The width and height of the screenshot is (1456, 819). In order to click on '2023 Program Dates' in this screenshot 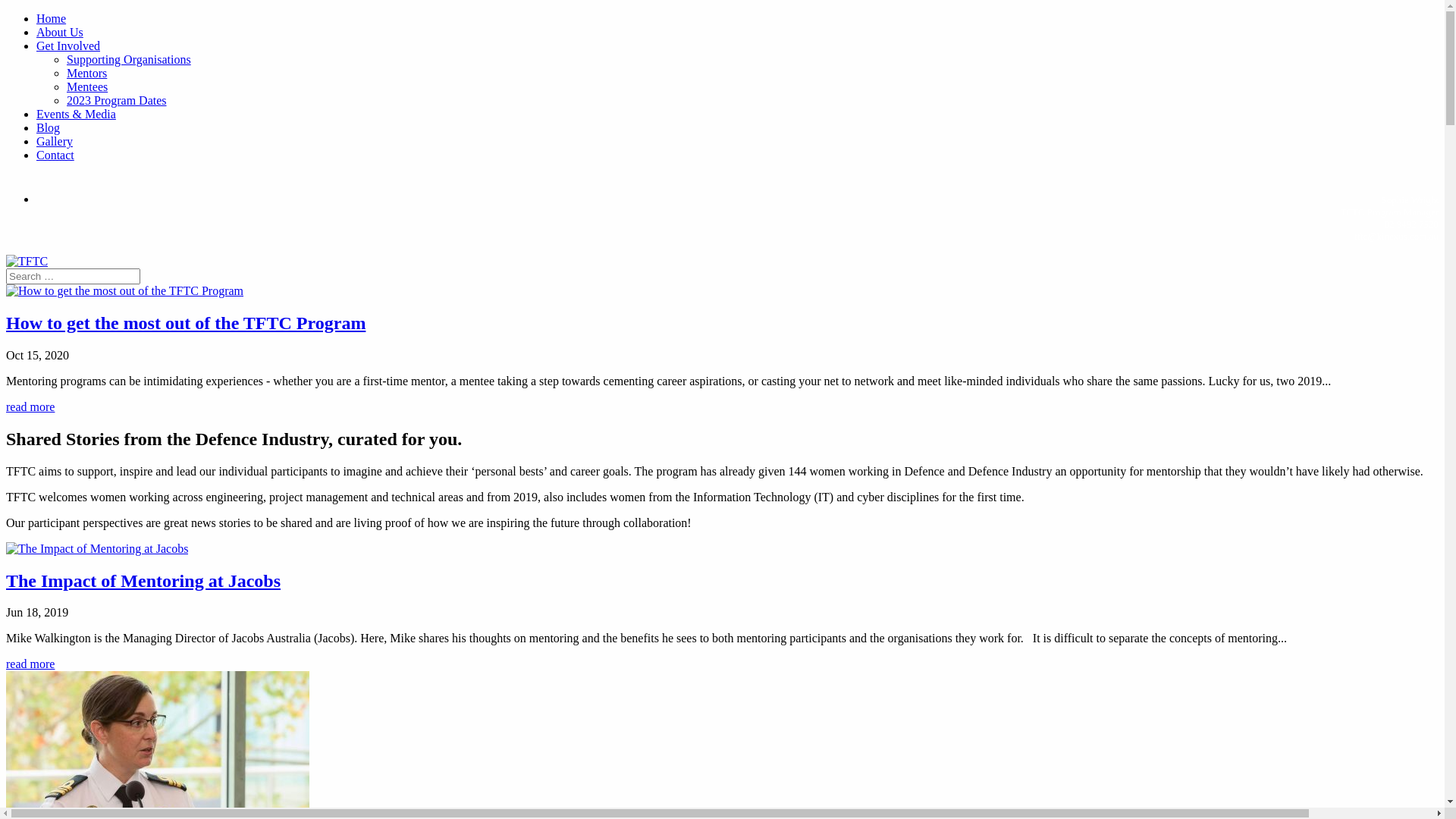, I will do `click(65, 100)`.